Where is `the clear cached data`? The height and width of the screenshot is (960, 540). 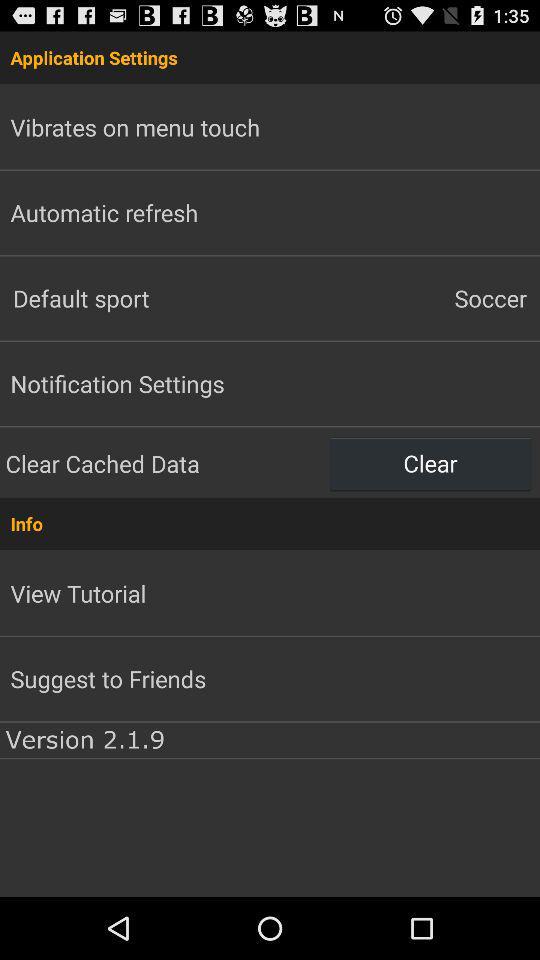 the clear cached data is located at coordinates (164, 463).